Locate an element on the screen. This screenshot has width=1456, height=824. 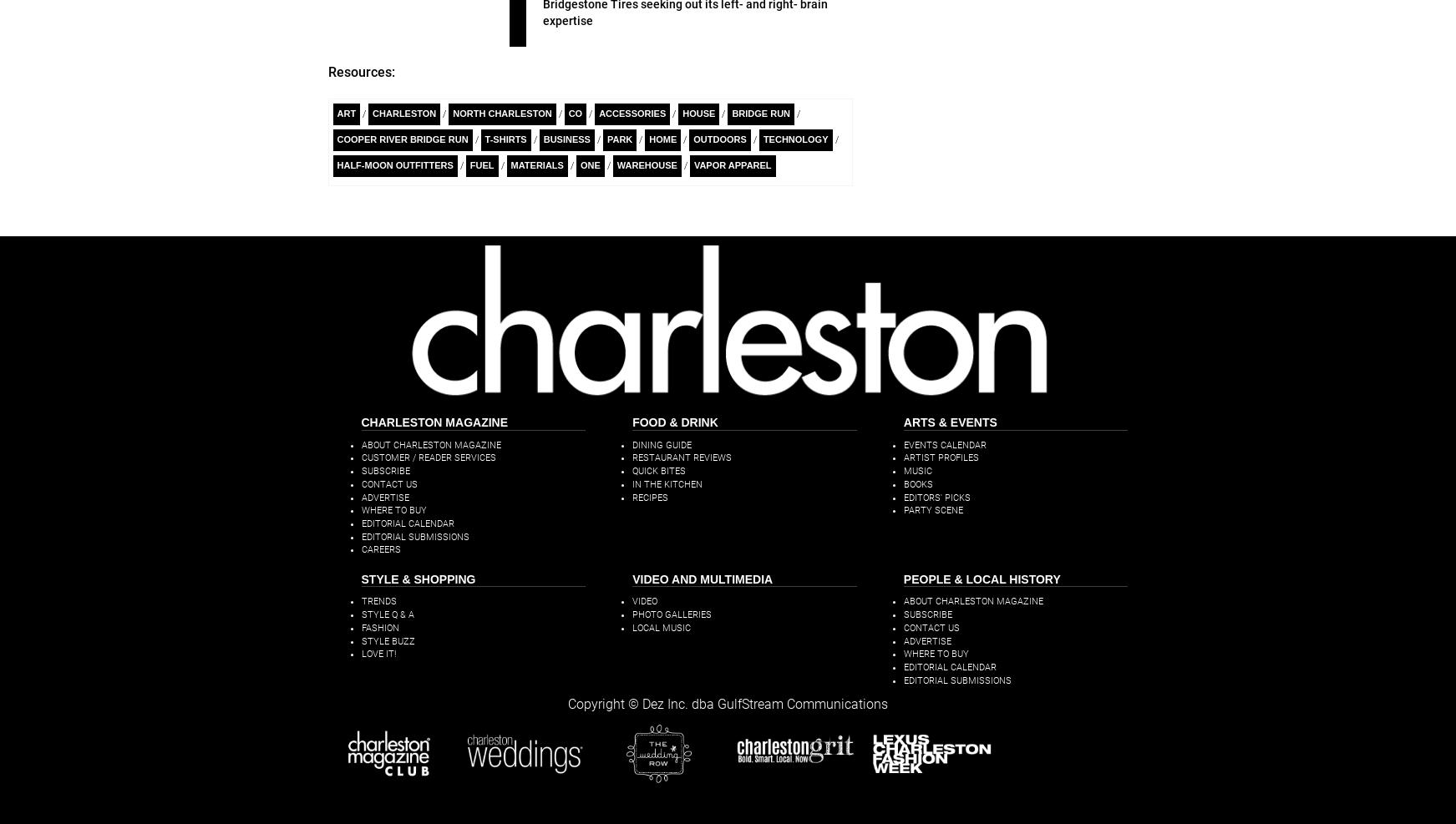
'Outdoors' is located at coordinates (692, 139).